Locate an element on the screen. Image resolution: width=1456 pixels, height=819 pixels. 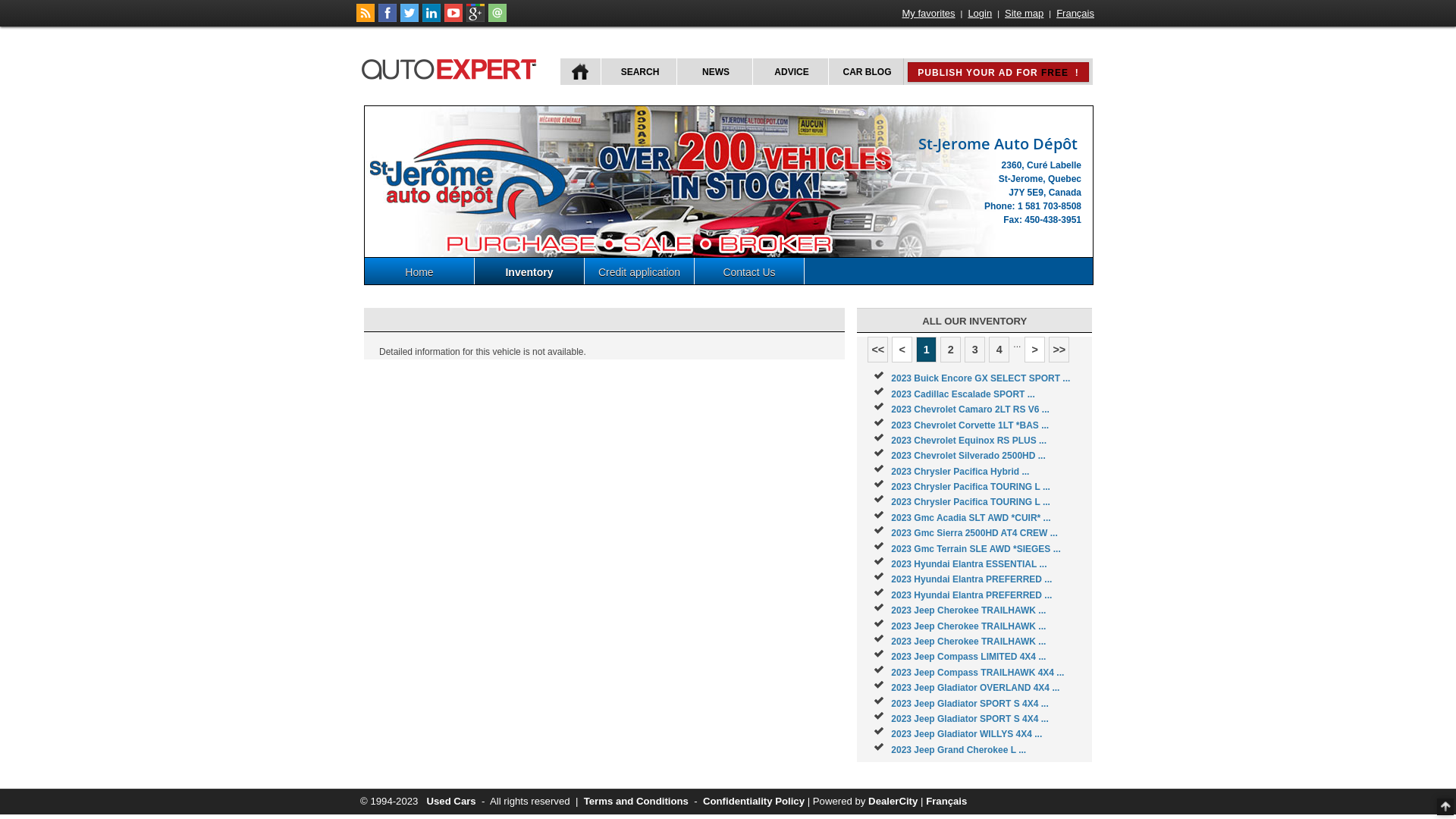
'2023 Chrysler Pacifica TOURING L ...' is located at coordinates (971, 486).